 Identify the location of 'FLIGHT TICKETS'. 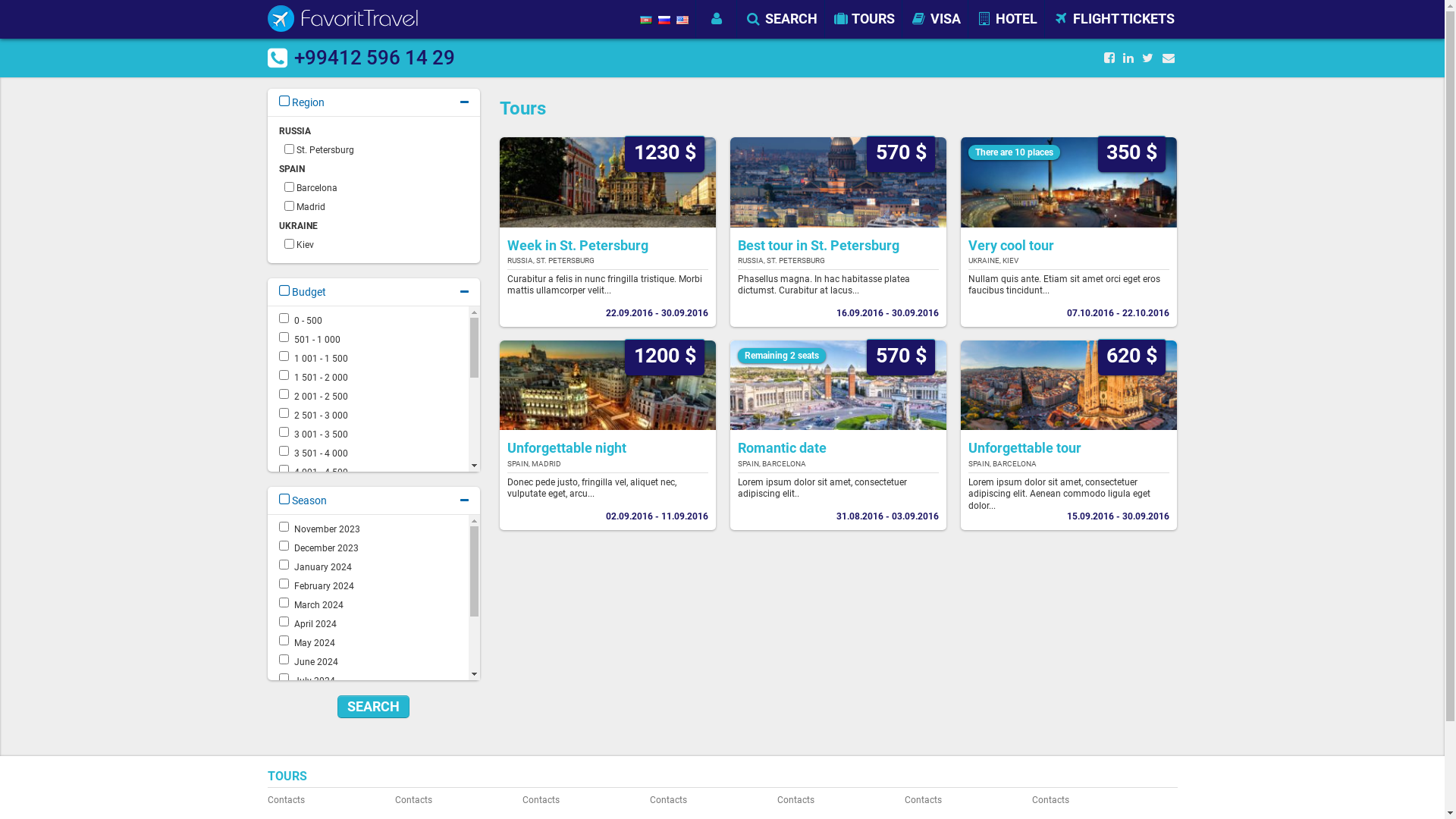
(1113, 18).